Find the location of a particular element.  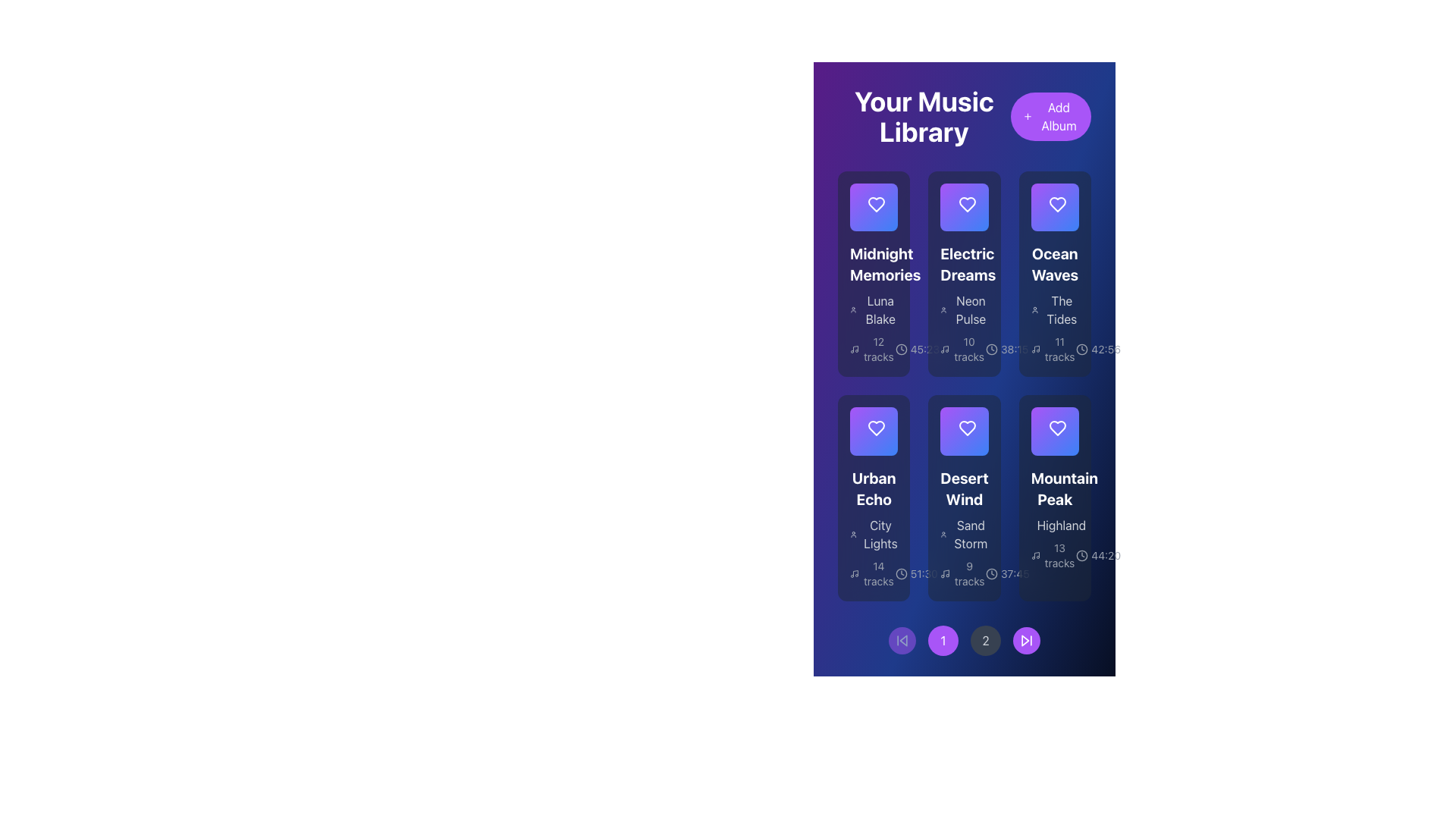

the text label that serves as a subheading for the 'Mountain Peak' album card, located at the bottom right corner of the album item is located at coordinates (1060, 524).